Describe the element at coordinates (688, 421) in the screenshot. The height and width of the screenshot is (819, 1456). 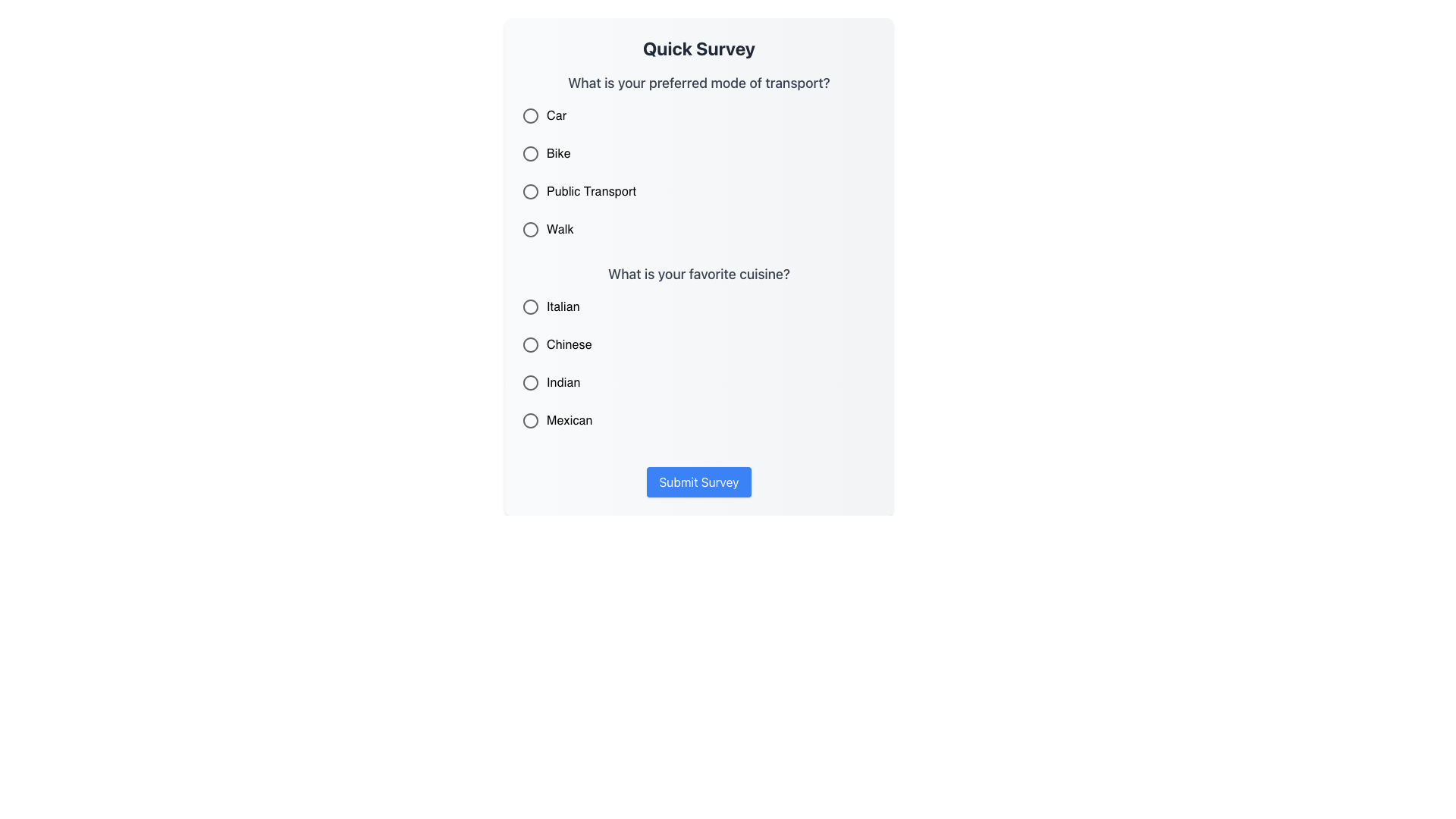
I see `the 'Mexican' radio button option` at that location.